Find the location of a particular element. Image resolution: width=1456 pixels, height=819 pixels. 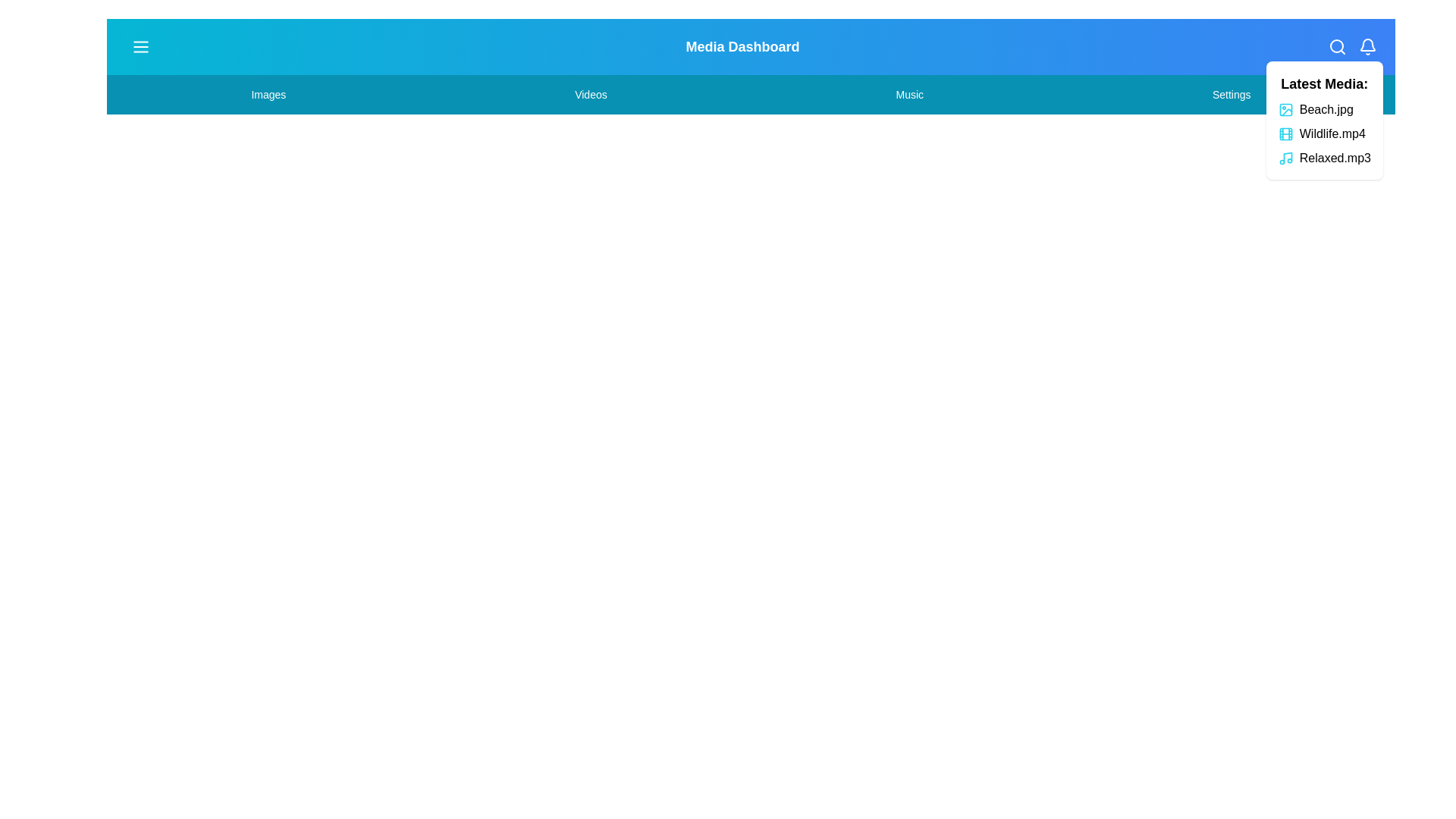

the menu item Settings by clicking on it is located at coordinates (1231, 94).